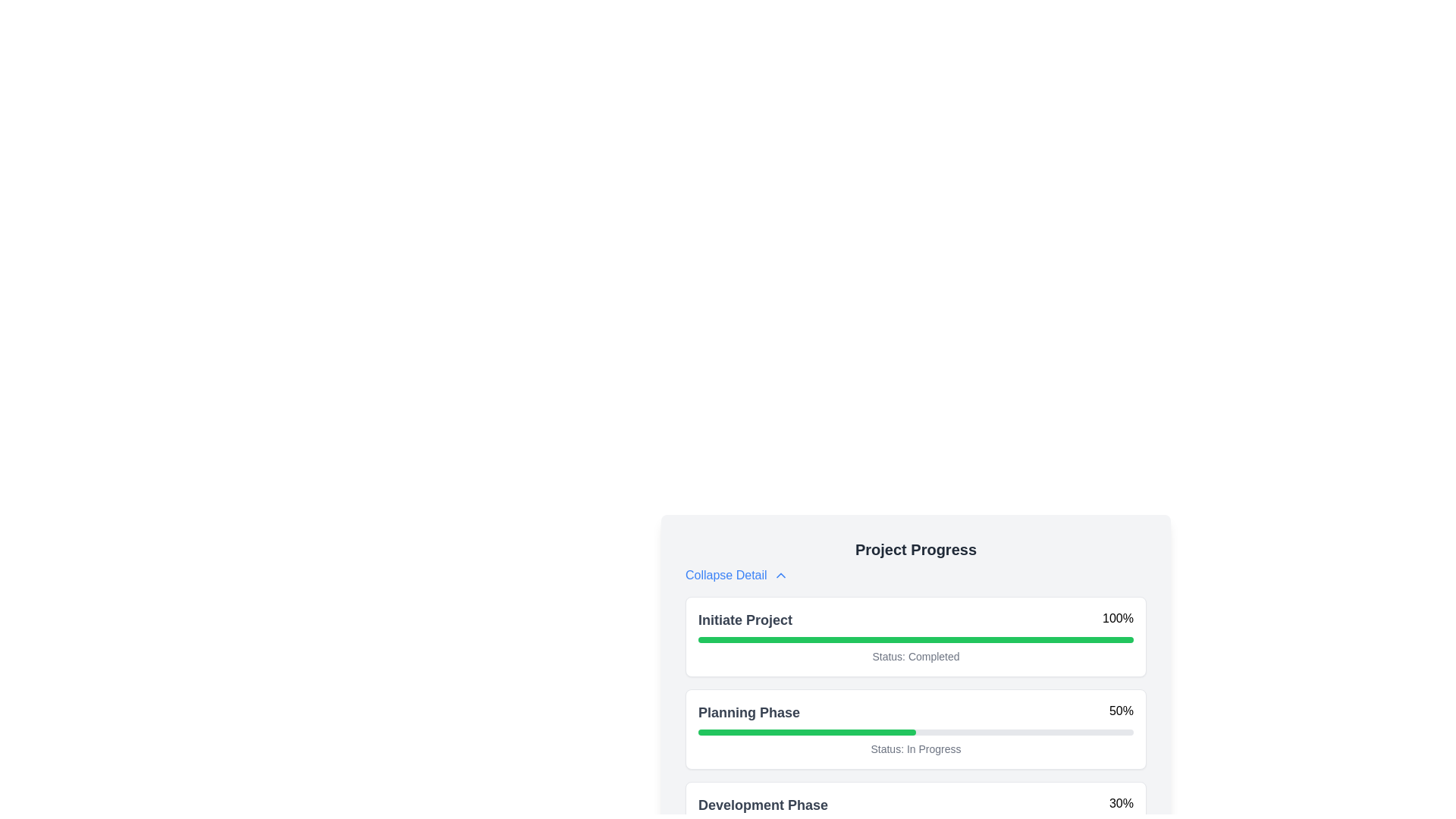  What do you see at coordinates (749, 713) in the screenshot?
I see `text label that says 'Planning Phase', which is styled in bold and dark gray color, located in the 'Project Progress' section above the progress bar` at bounding box center [749, 713].